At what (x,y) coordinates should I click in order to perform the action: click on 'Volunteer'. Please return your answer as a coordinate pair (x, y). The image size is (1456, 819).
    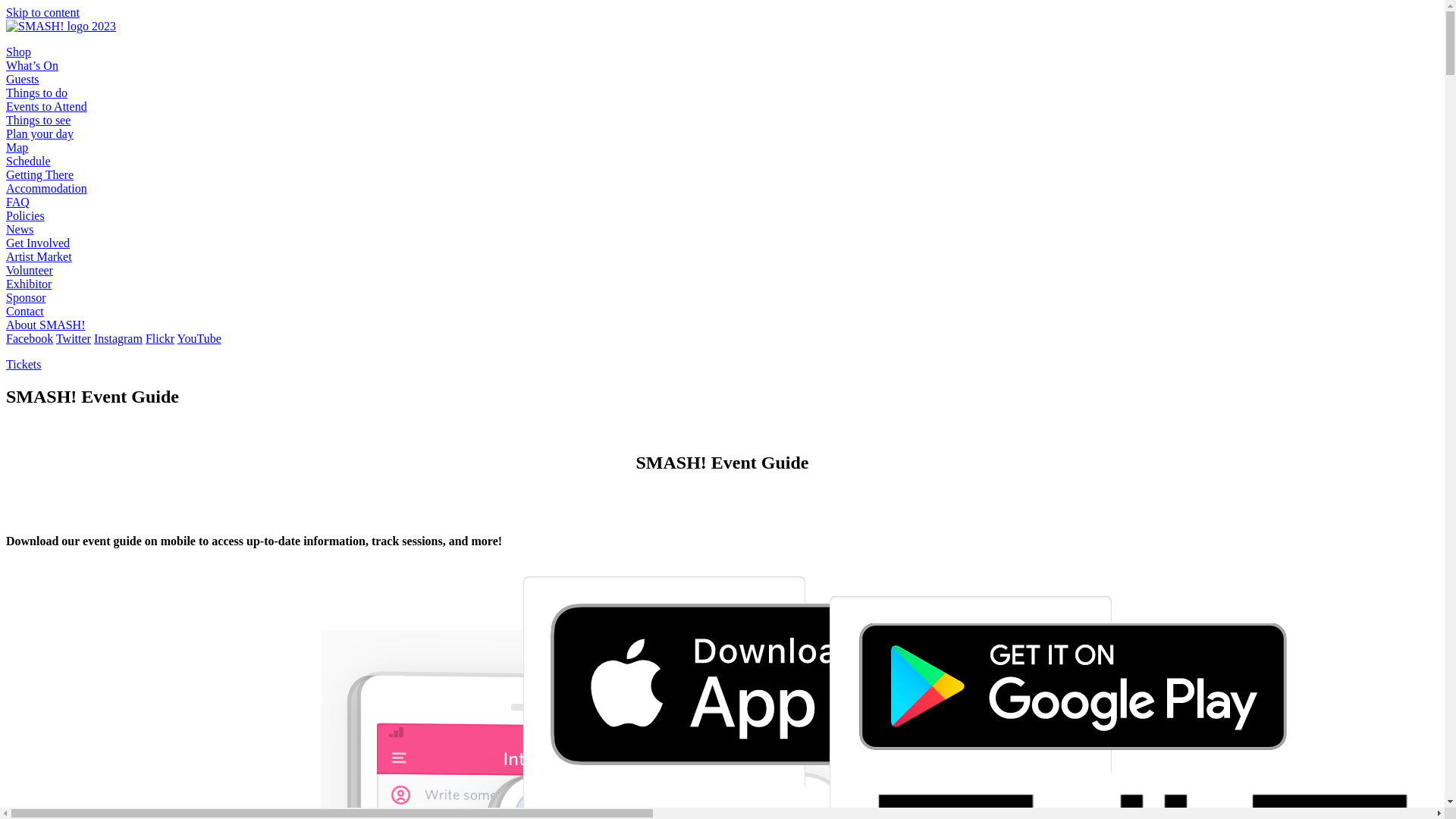
    Looking at the image, I should click on (29, 269).